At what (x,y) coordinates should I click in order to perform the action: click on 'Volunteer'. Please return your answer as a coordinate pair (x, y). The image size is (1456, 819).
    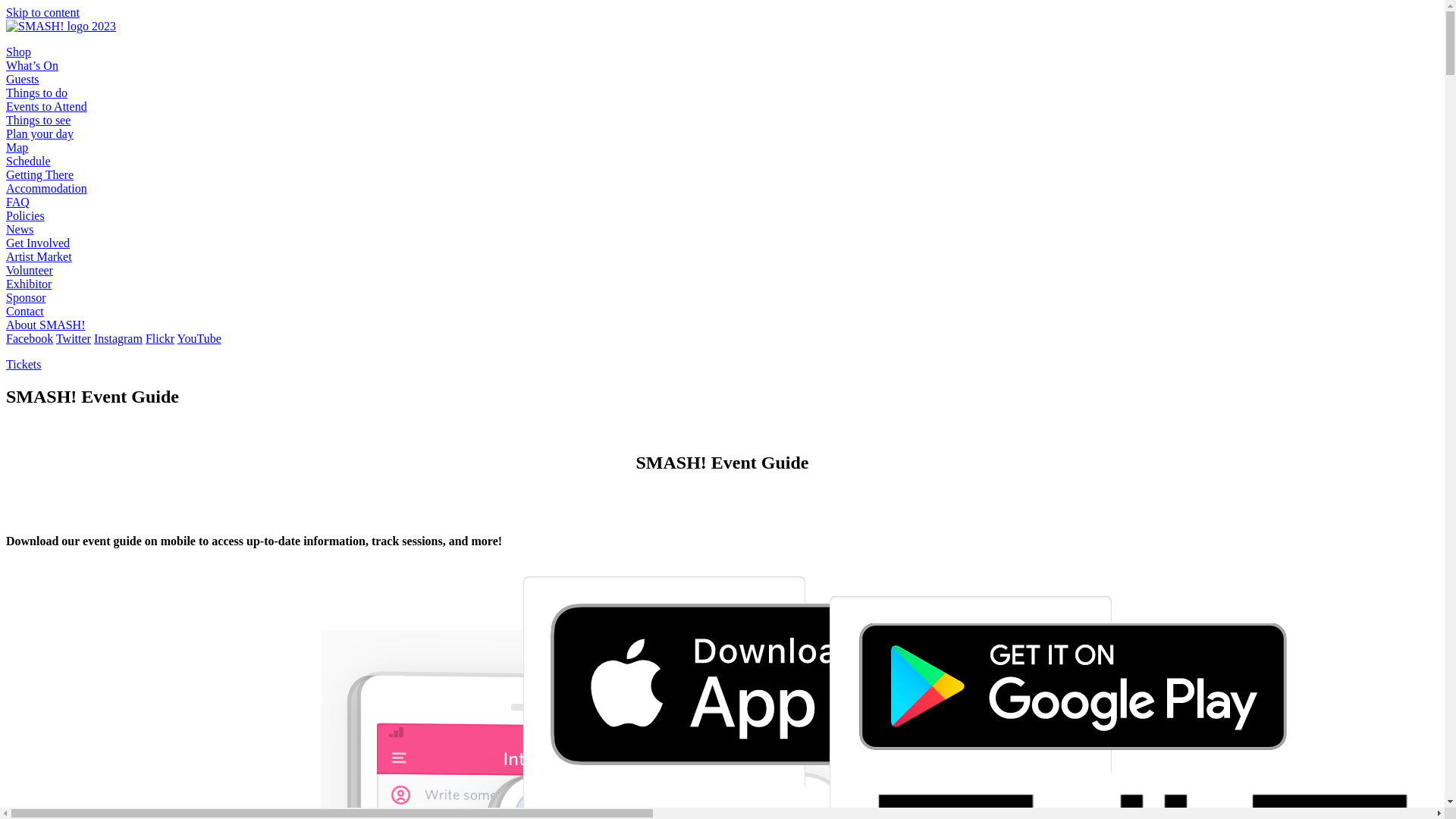
    Looking at the image, I should click on (29, 269).